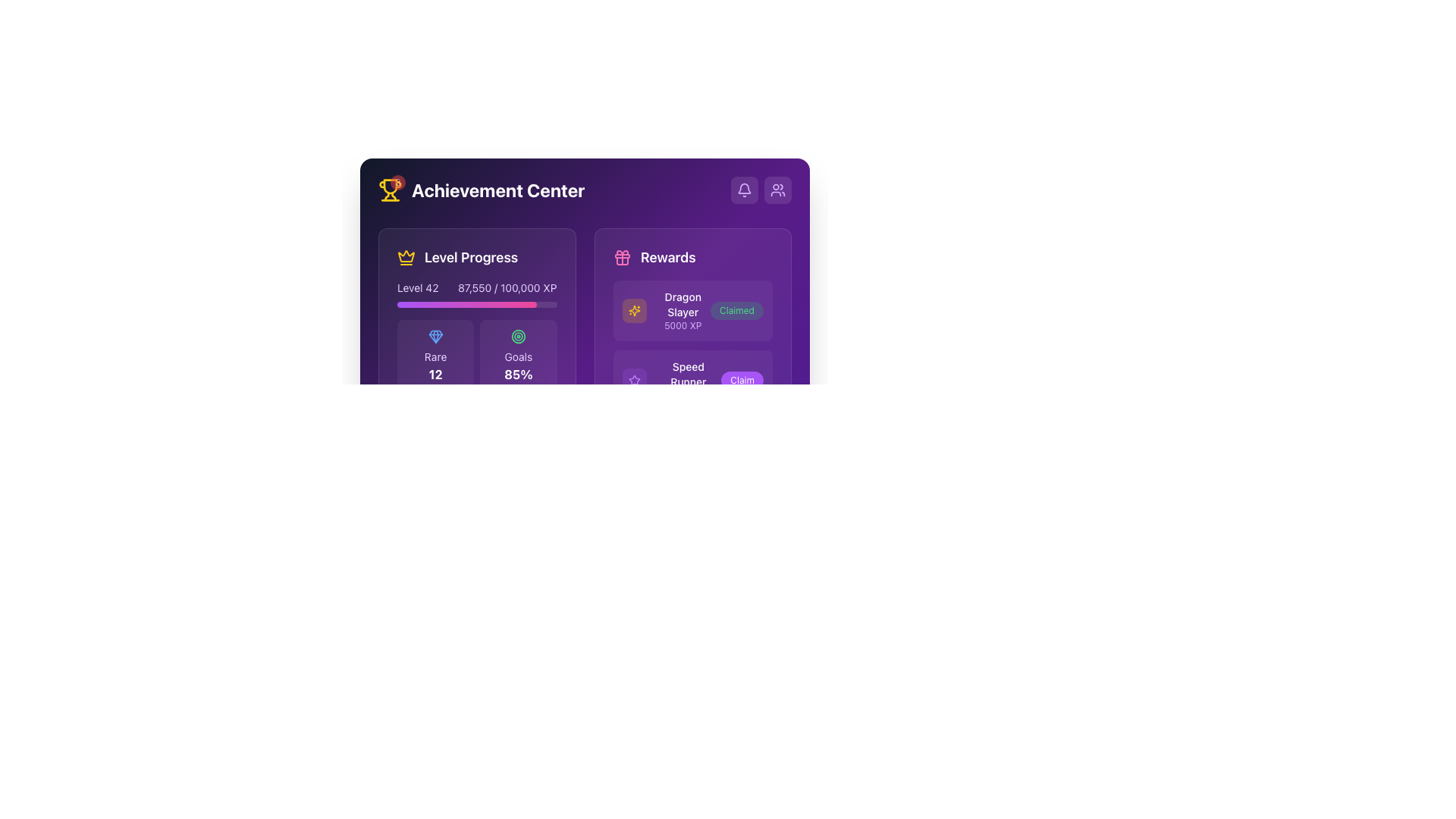 This screenshot has height=819, width=1456. I want to click on the Text Label displaying 'Dragon Slayer' and '5000 XP' in the Rewards section, which has a purple background, so click(682, 309).